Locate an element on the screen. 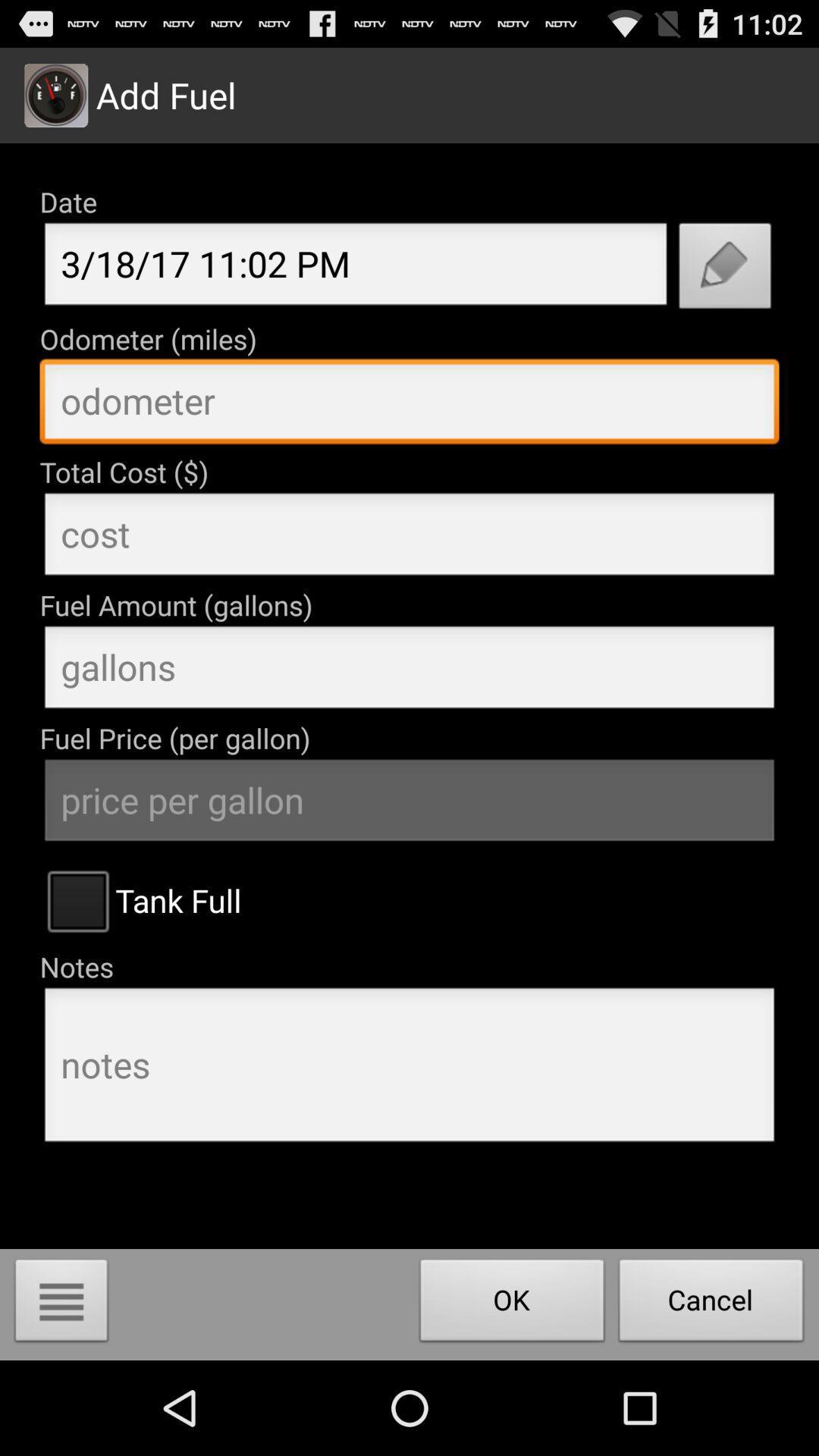  type is located at coordinates (409, 670).